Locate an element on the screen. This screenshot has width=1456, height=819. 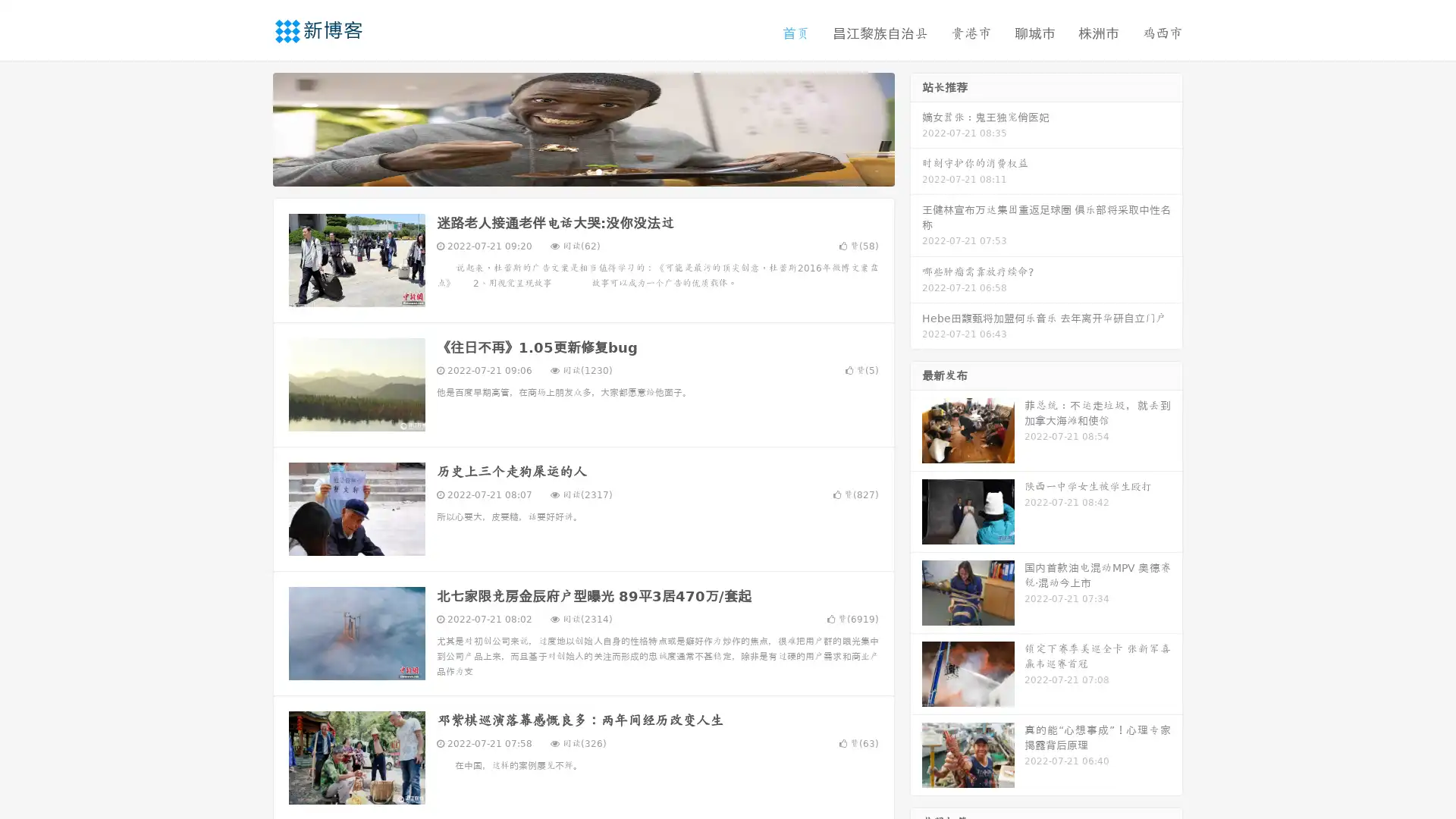
Go to slide 1 is located at coordinates (567, 171).